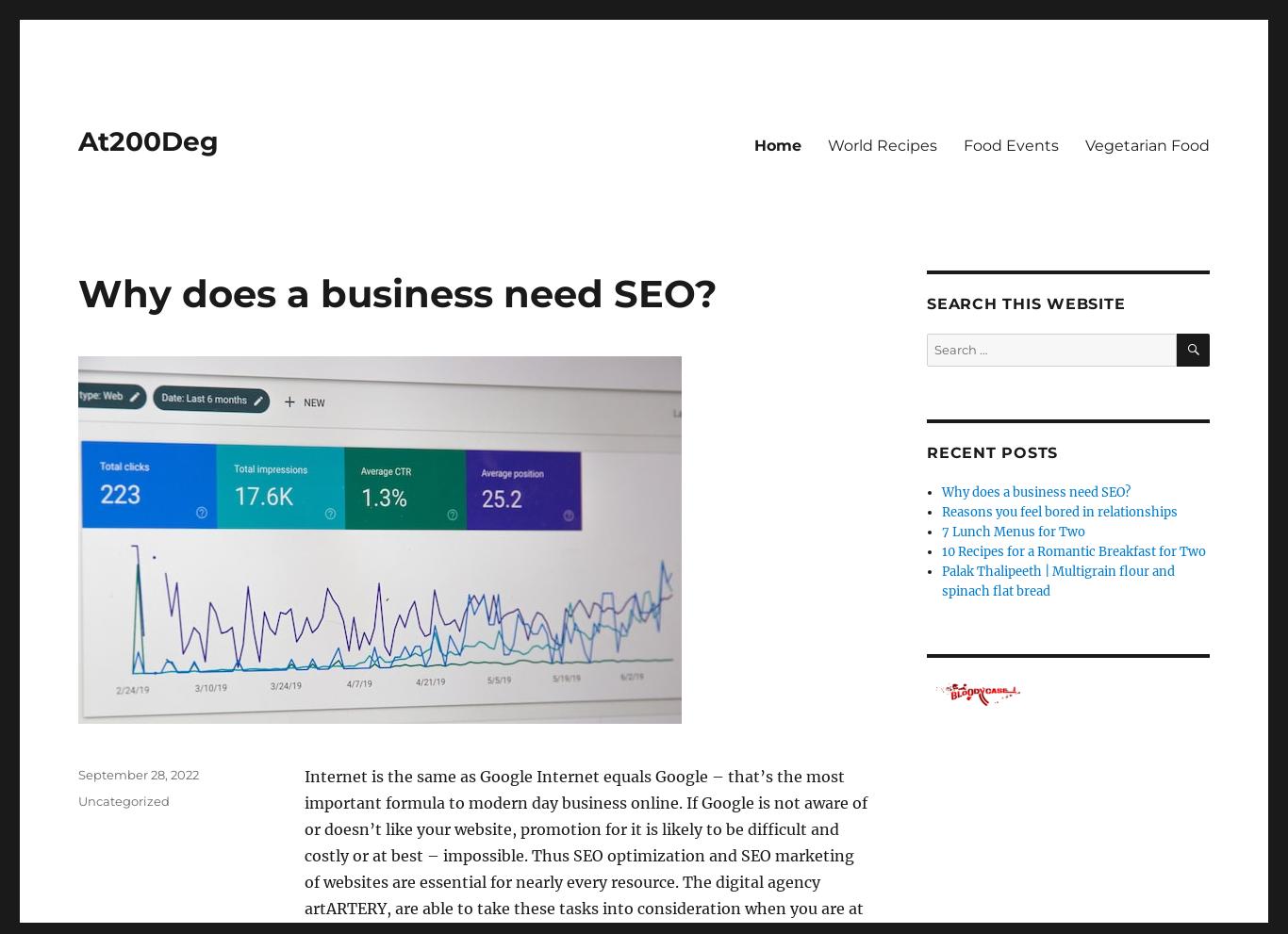 Image resolution: width=1288 pixels, height=934 pixels. Describe the element at coordinates (1013, 531) in the screenshot. I see `'7 Lunch Menus for Two'` at that location.